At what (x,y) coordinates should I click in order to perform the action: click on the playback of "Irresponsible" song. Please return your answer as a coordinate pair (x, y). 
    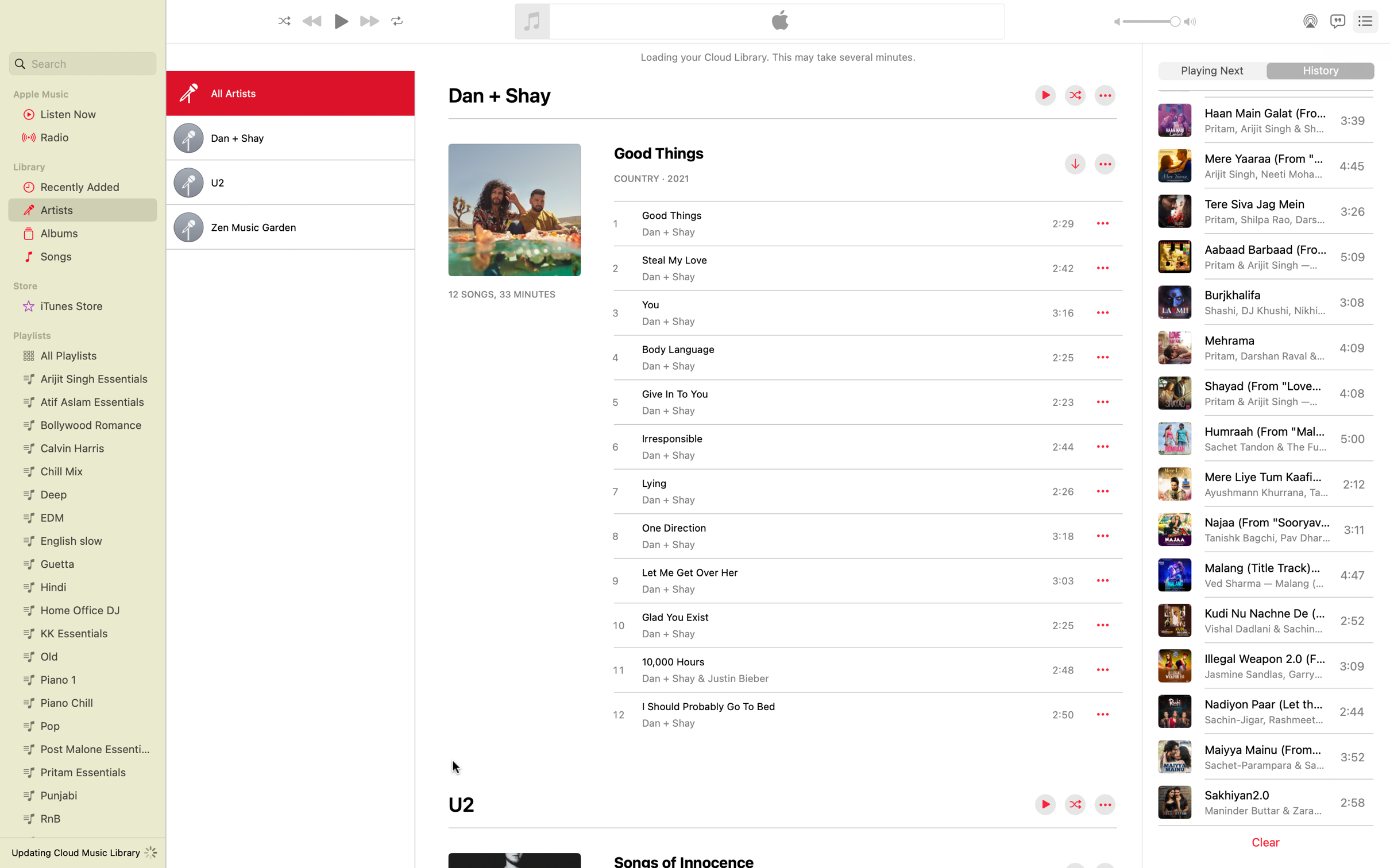
    Looking at the image, I should click on (841, 446).